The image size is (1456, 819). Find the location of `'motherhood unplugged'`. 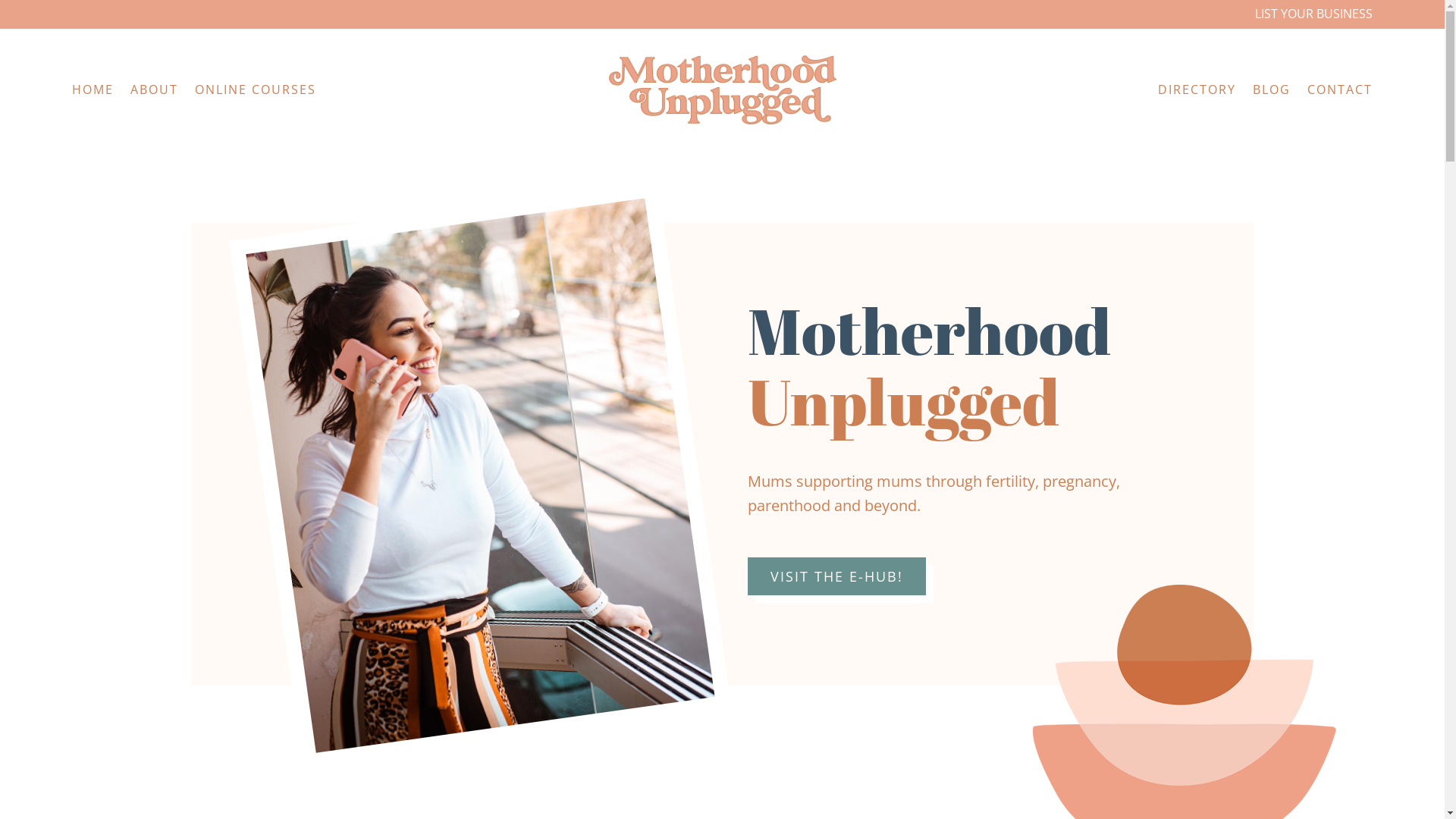

'motherhood unplugged' is located at coordinates (720, 89).